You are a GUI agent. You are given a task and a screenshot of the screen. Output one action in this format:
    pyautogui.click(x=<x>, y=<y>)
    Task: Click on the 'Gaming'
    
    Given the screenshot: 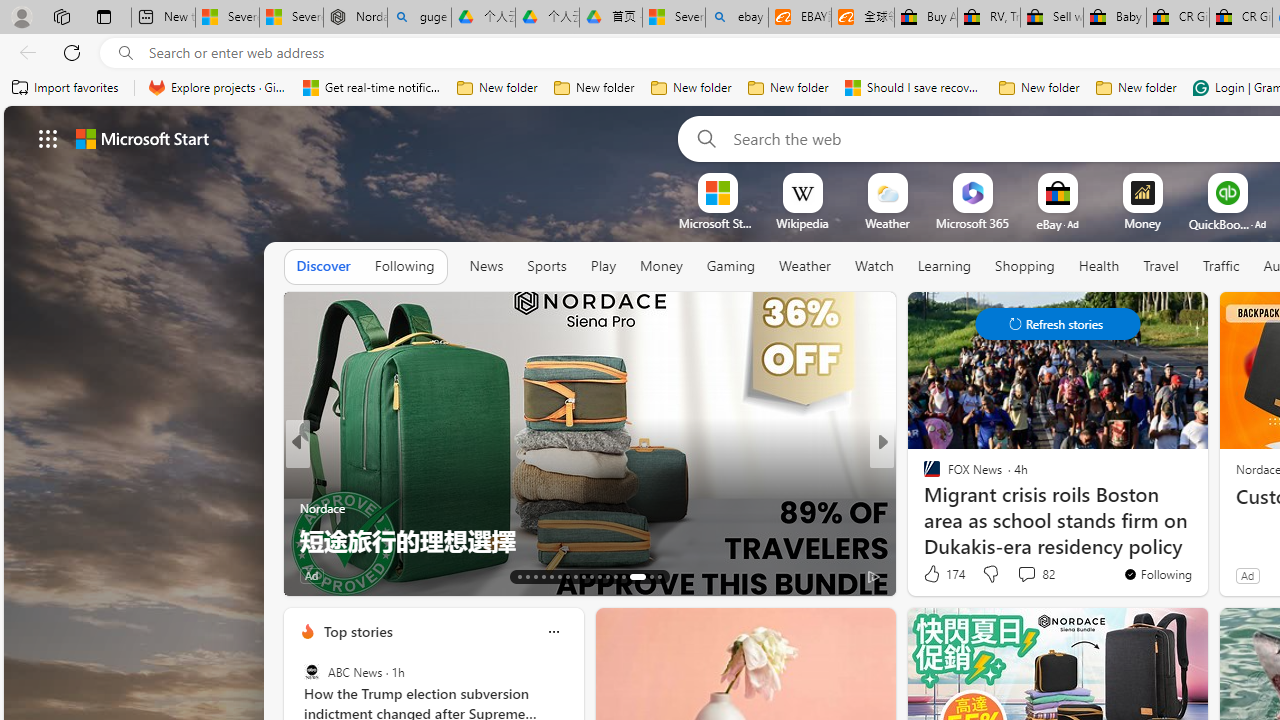 What is the action you would take?
    pyautogui.click(x=729, y=265)
    